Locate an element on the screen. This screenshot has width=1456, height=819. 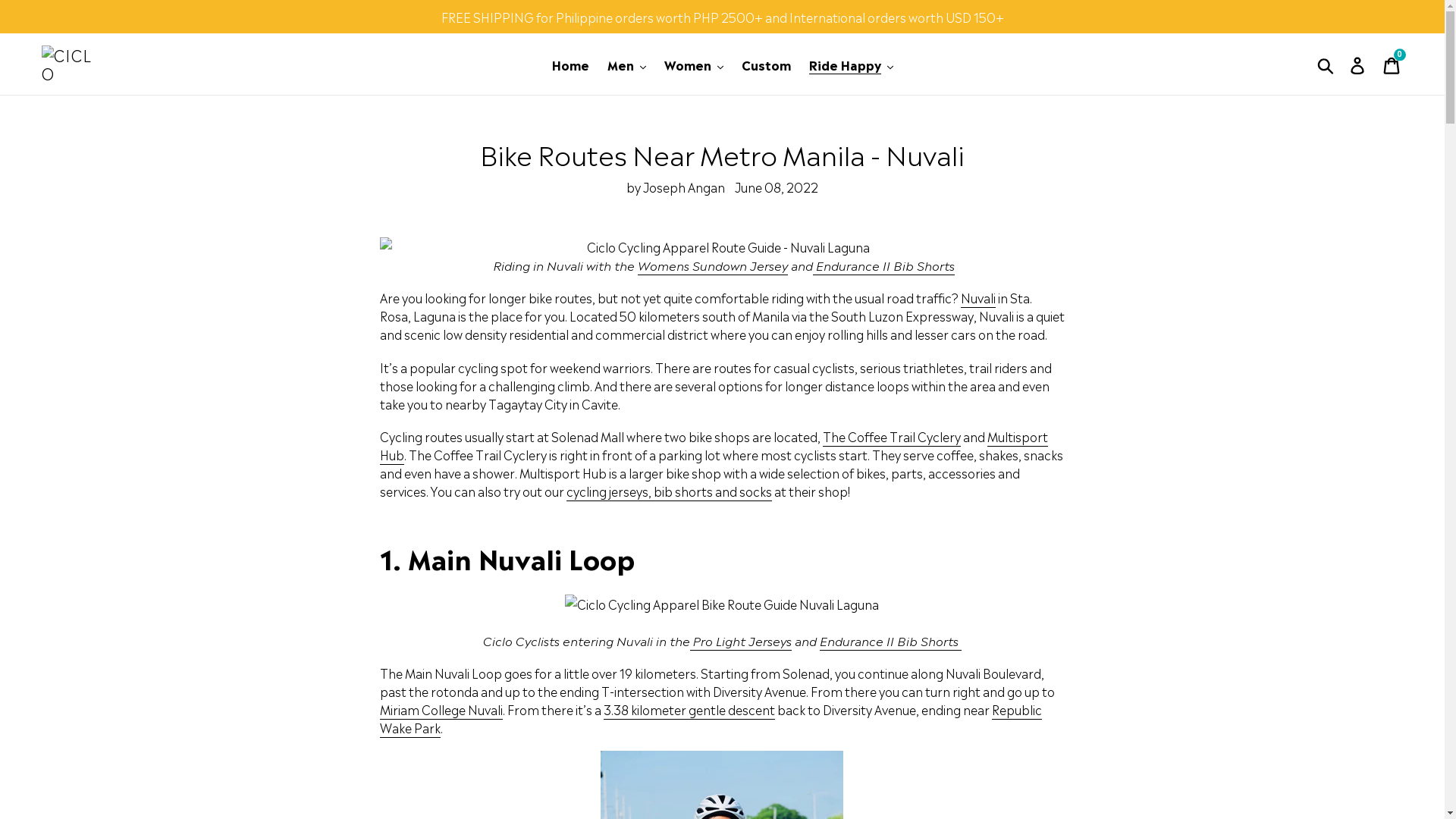
'Womens Sundown Jersey' is located at coordinates (712, 265).